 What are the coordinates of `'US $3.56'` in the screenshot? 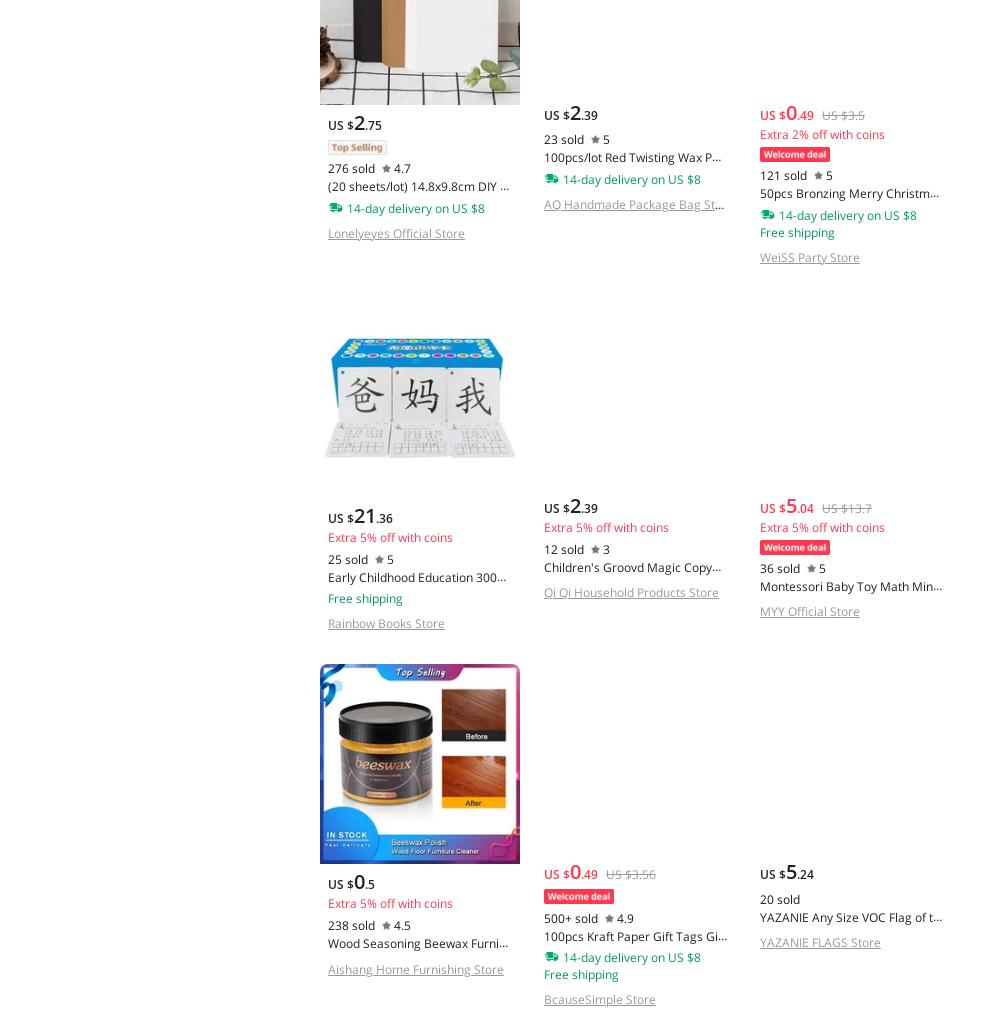 It's located at (630, 873).